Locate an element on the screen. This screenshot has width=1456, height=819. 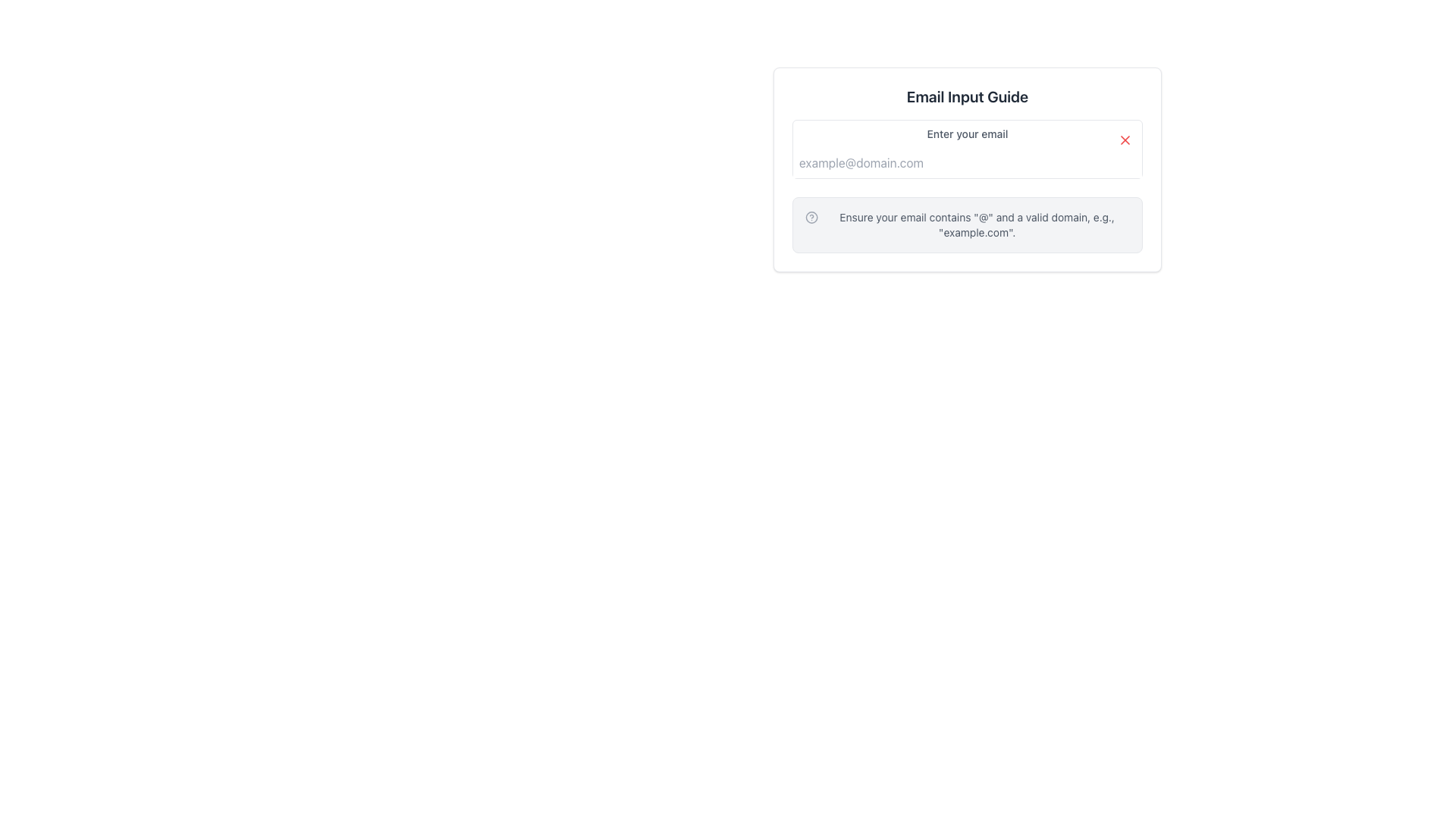
the text instruction that informs users about valid email formatting, which is centrally located underneath the email input box and to the right of the help icon is located at coordinates (977, 225).